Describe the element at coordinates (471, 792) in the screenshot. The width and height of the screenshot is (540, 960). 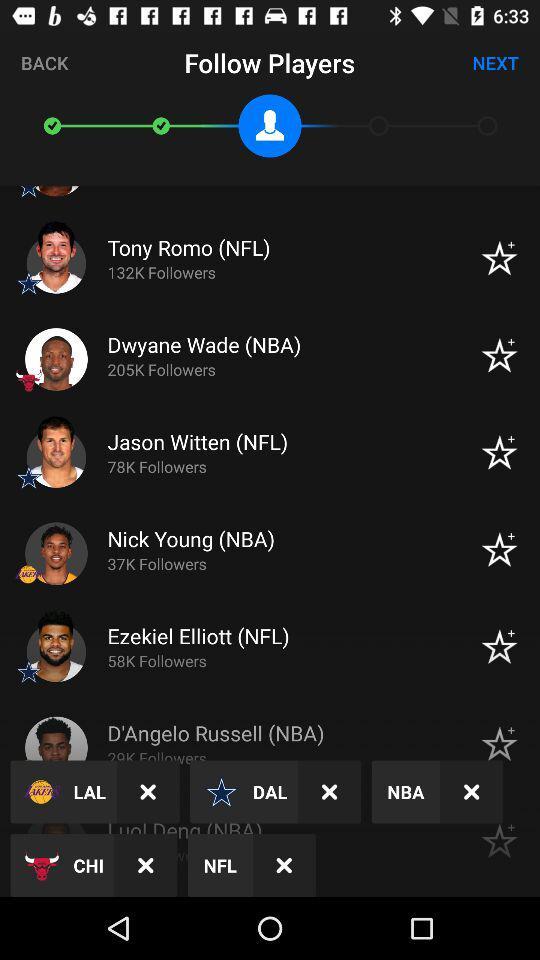
I see `the wrong mark beside nba` at that location.